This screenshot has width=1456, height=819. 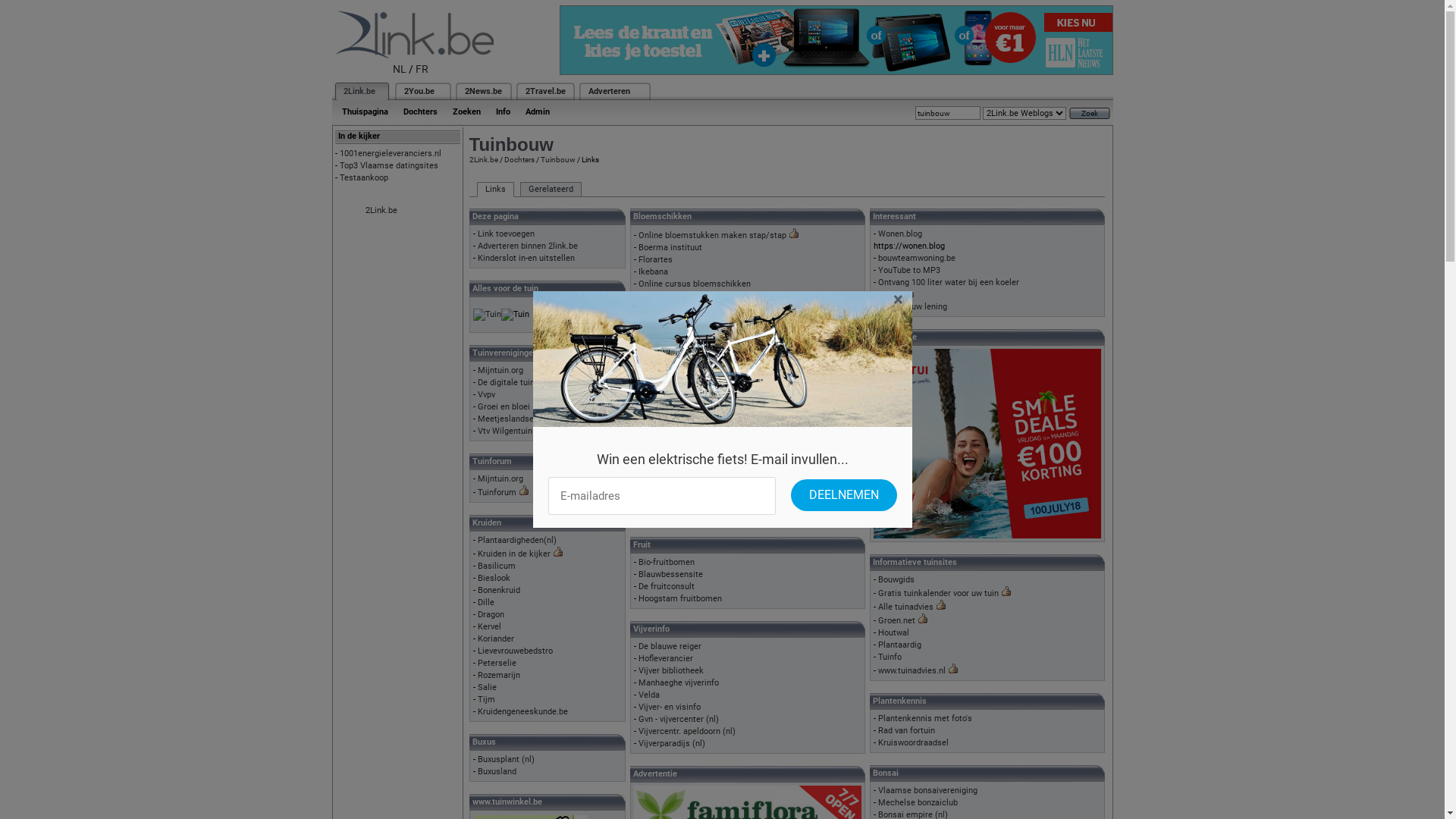 I want to click on 'De fruitconsult', so click(x=666, y=585).